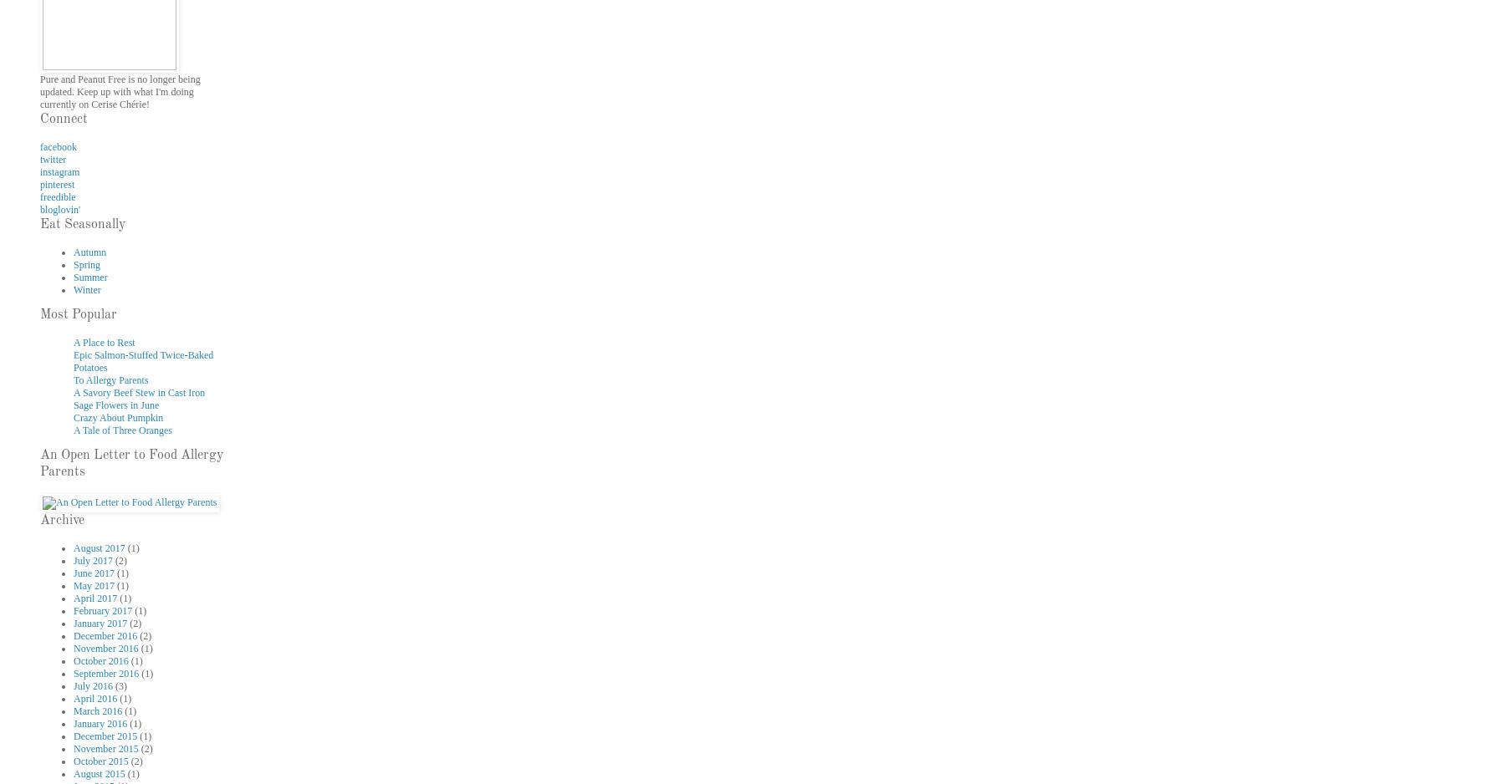 The height and width of the screenshot is (784, 1512). I want to click on 'Eat Seasonally', so click(82, 225).